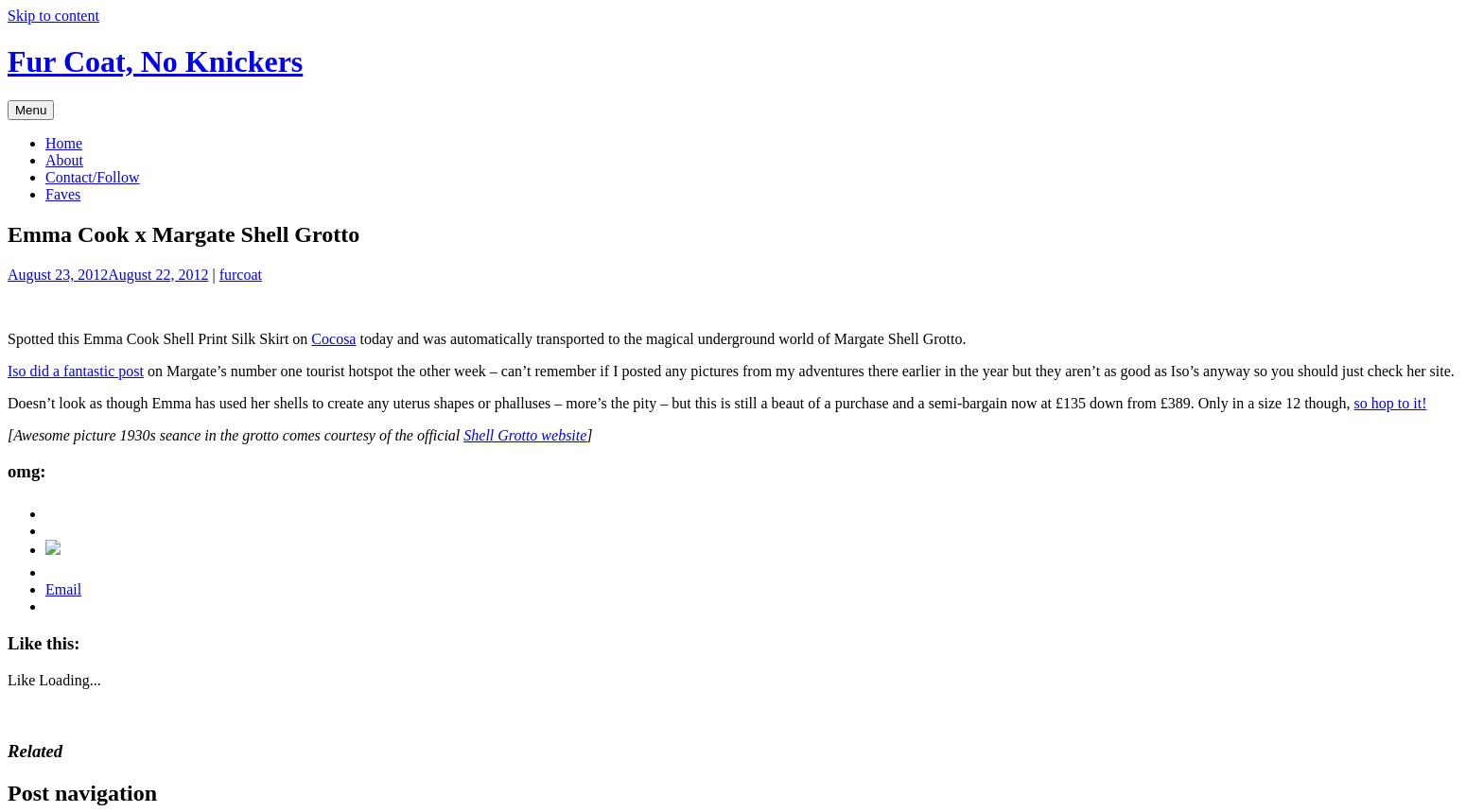 Image resolution: width=1466 pixels, height=812 pixels. What do you see at coordinates (26, 471) in the screenshot?
I see `'omg:'` at bounding box center [26, 471].